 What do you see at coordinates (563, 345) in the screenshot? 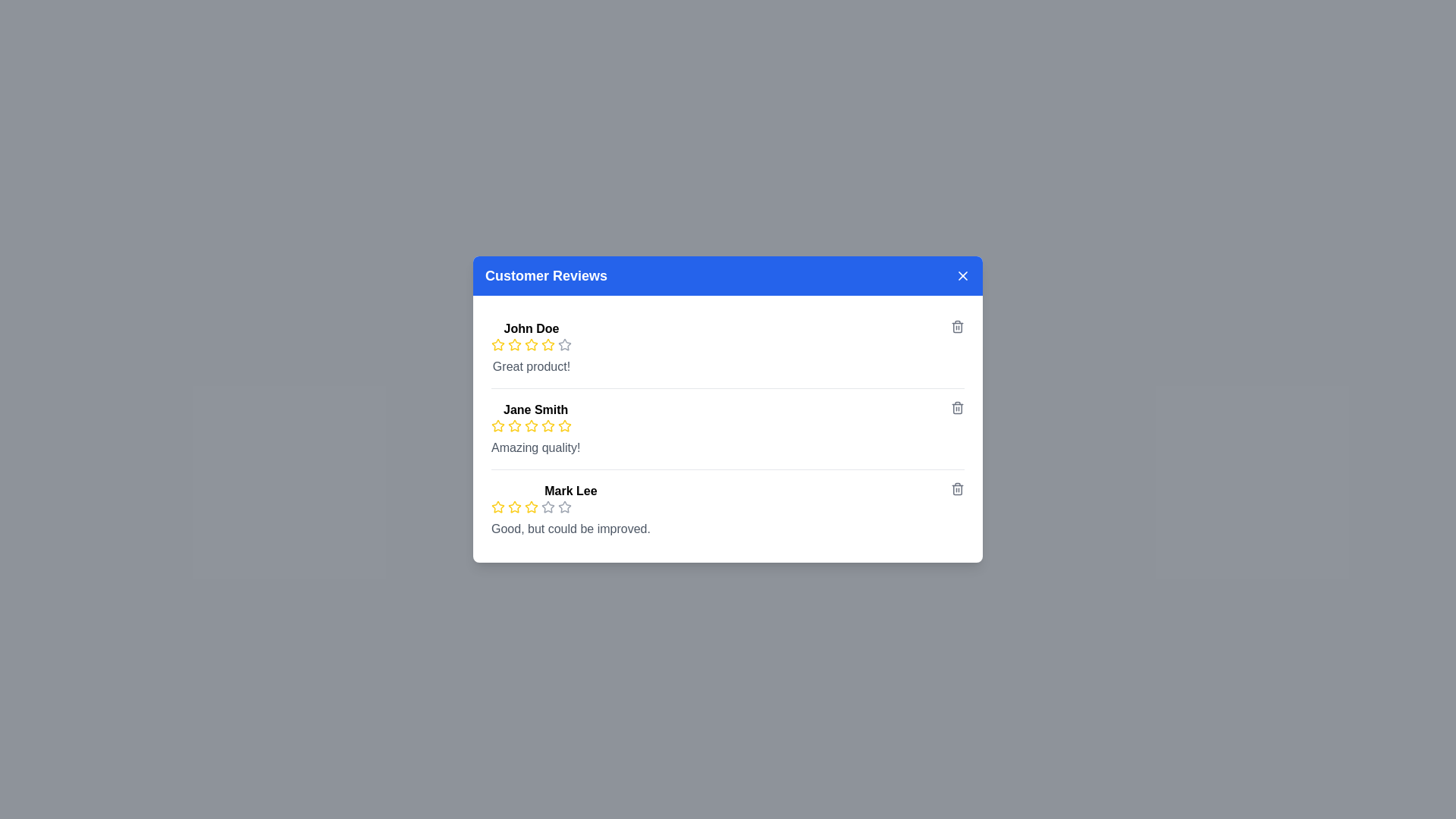
I see `the rating to 5 stars by clicking on the corresponding star` at bounding box center [563, 345].